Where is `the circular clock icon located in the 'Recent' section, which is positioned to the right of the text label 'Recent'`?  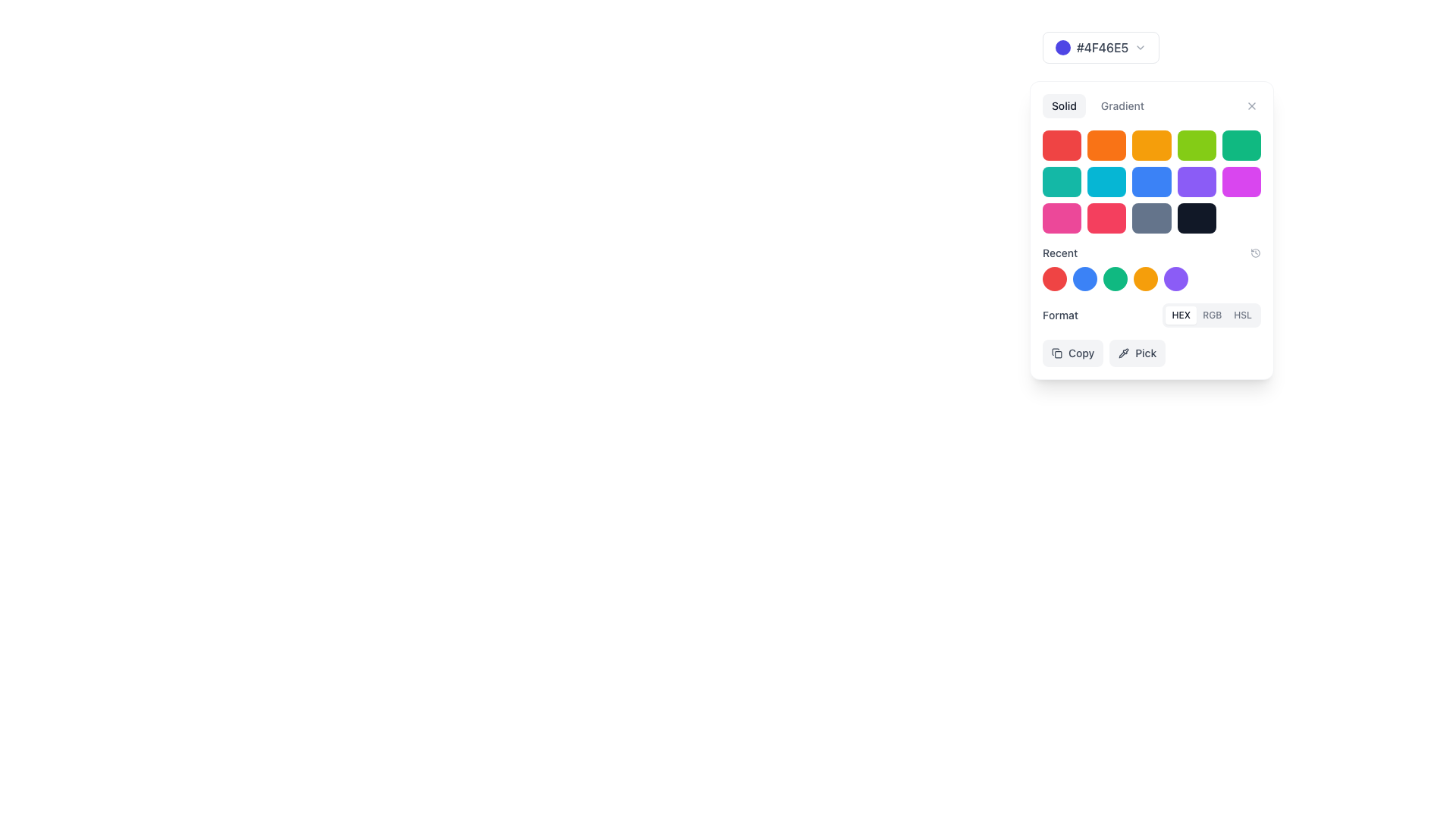
the circular clock icon located in the 'Recent' section, which is positioned to the right of the text label 'Recent' is located at coordinates (1256, 253).